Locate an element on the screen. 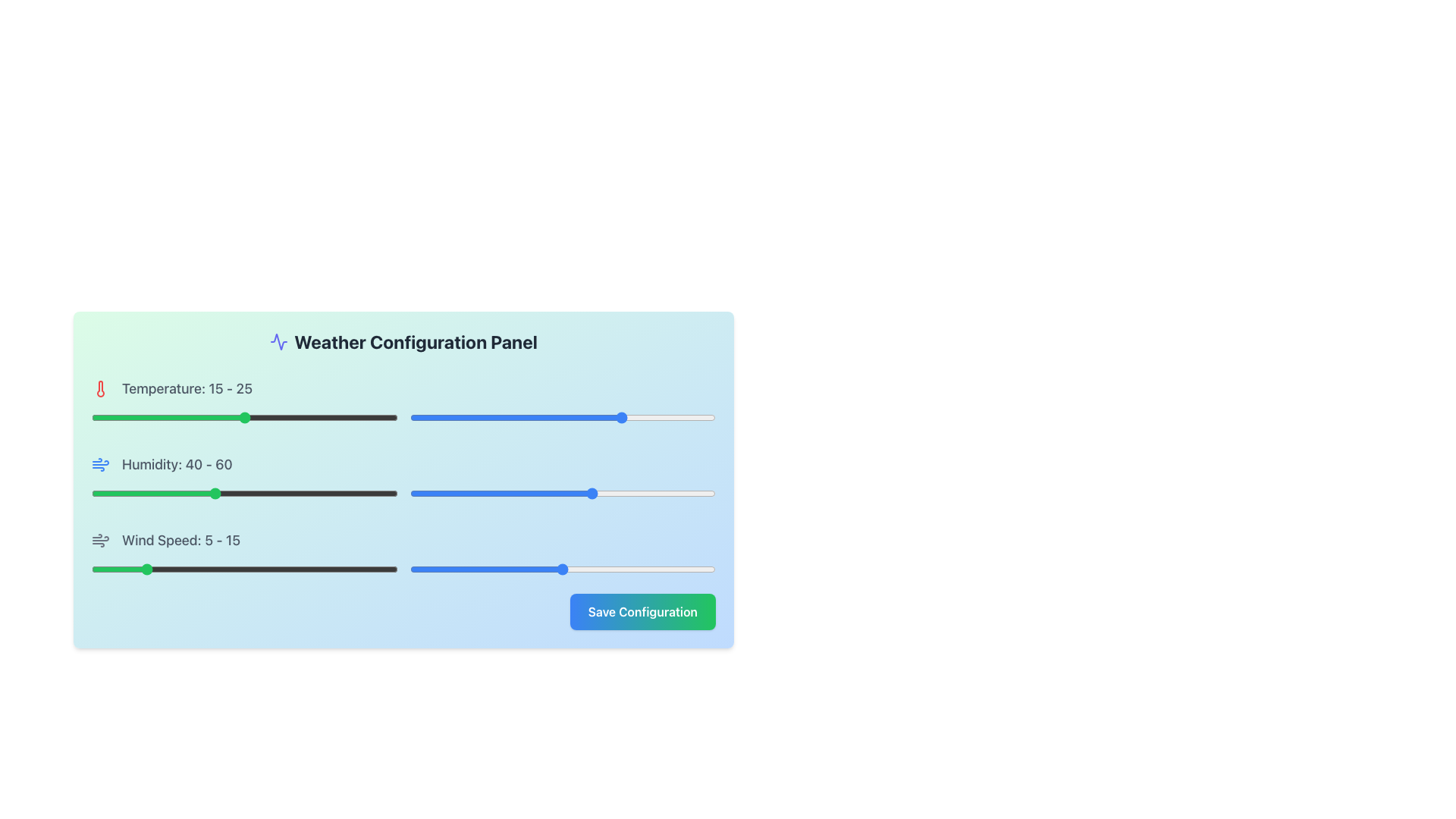 The image size is (1456, 819). the handle of the green slider, which is the left slider in the composite range slider component located beneath the 'Humidity: 40 - 60' heading is located at coordinates (403, 494).